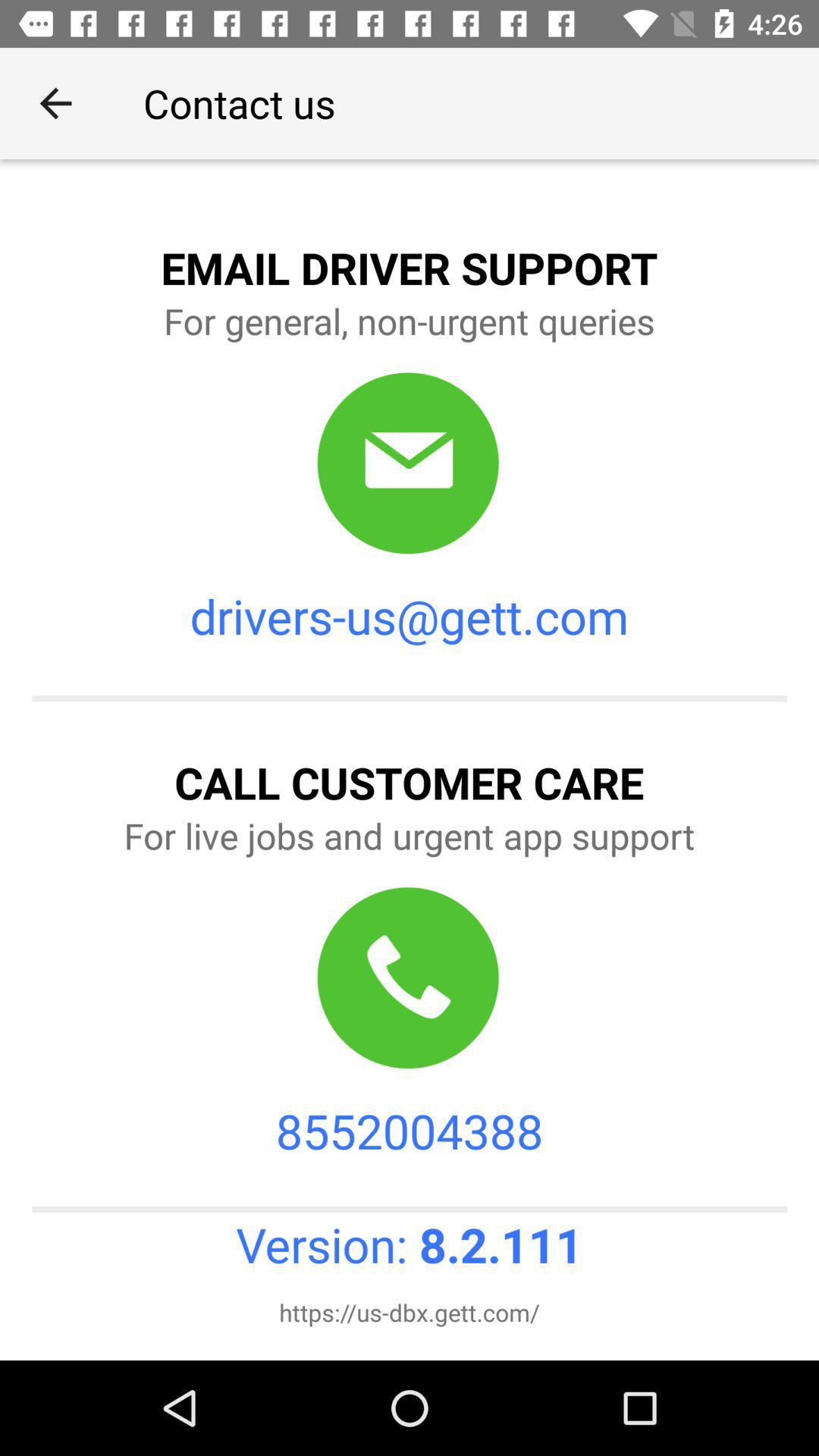  What do you see at coordinates (409, 1131) in the screenshot?
I see `8552004388 icon` at bounding box center [409, 1131].